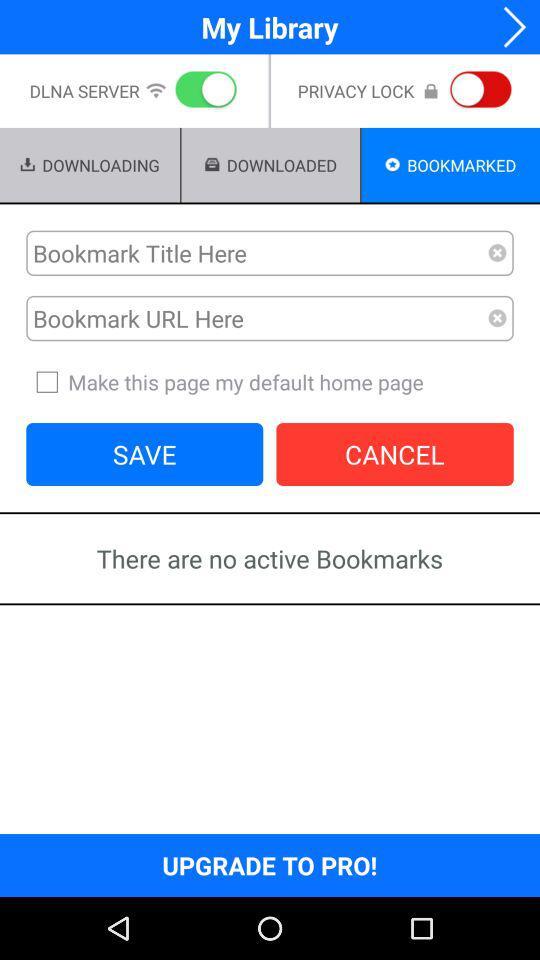 The image size is (540, 960). What do you see at coordinates (508, 26) in the screenshot?
I see `app to the right of my library app` at bounding box center [508, 26].